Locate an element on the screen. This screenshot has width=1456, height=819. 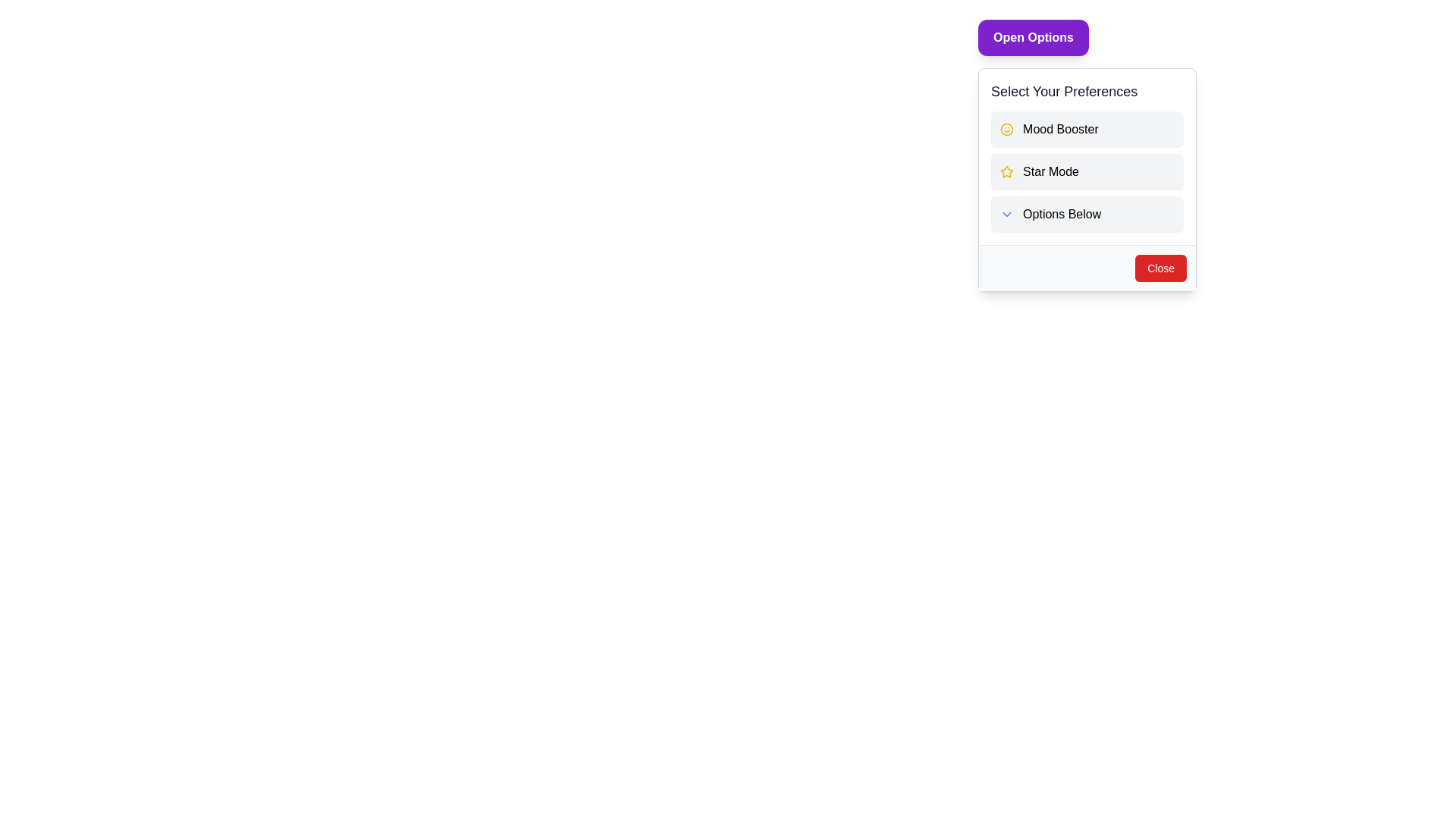
the second interactive button in the menu box is located at coordinates (1087, 171).